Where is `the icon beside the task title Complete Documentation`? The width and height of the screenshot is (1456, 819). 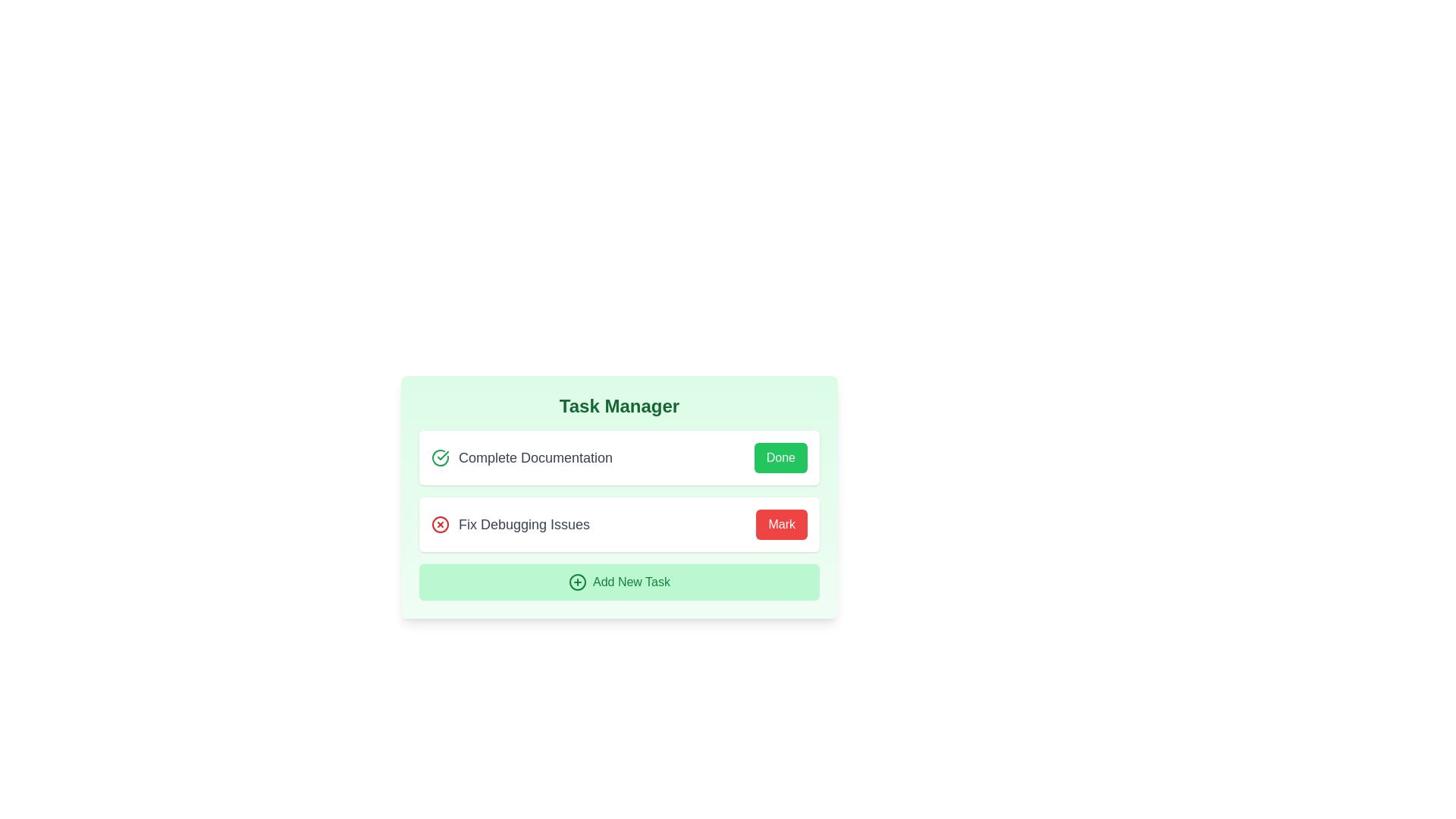 the icon beside the task title Complete Documentation is located at coordinates (439, 457).